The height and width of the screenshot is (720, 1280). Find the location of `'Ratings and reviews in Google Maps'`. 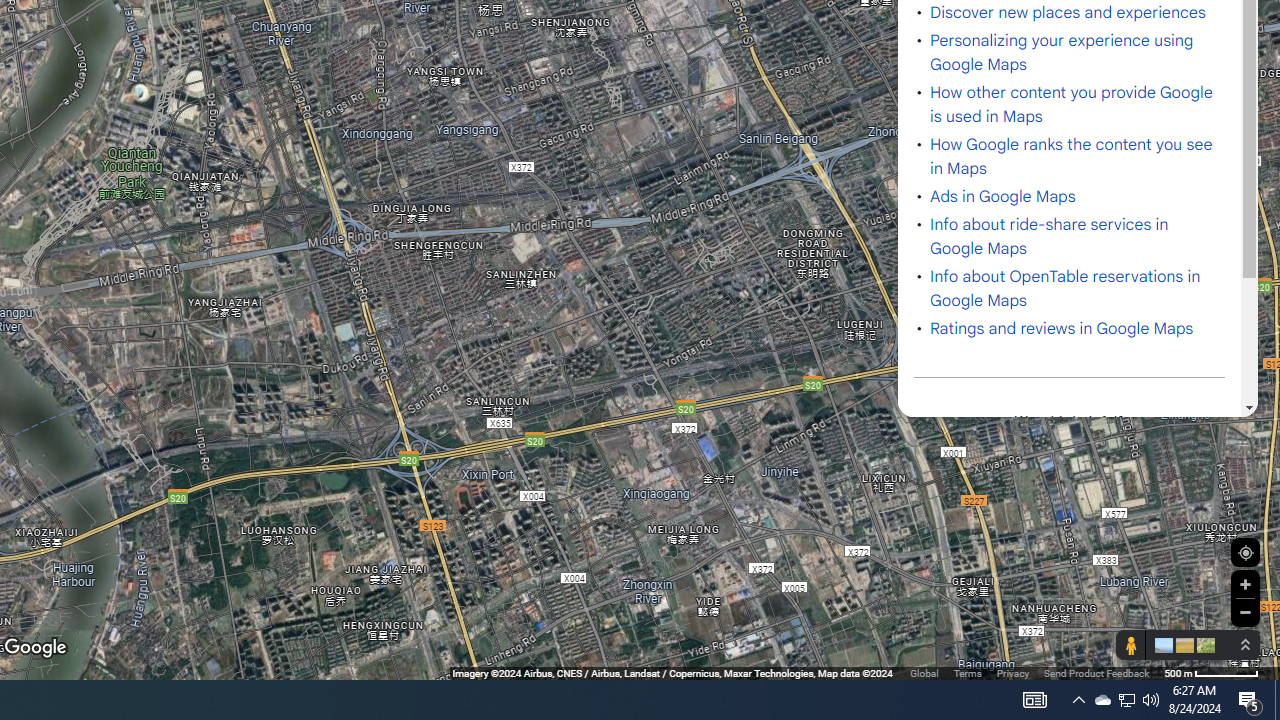

'Ratings and reviews in Google Maps' is located at coordinates (1061, 328).